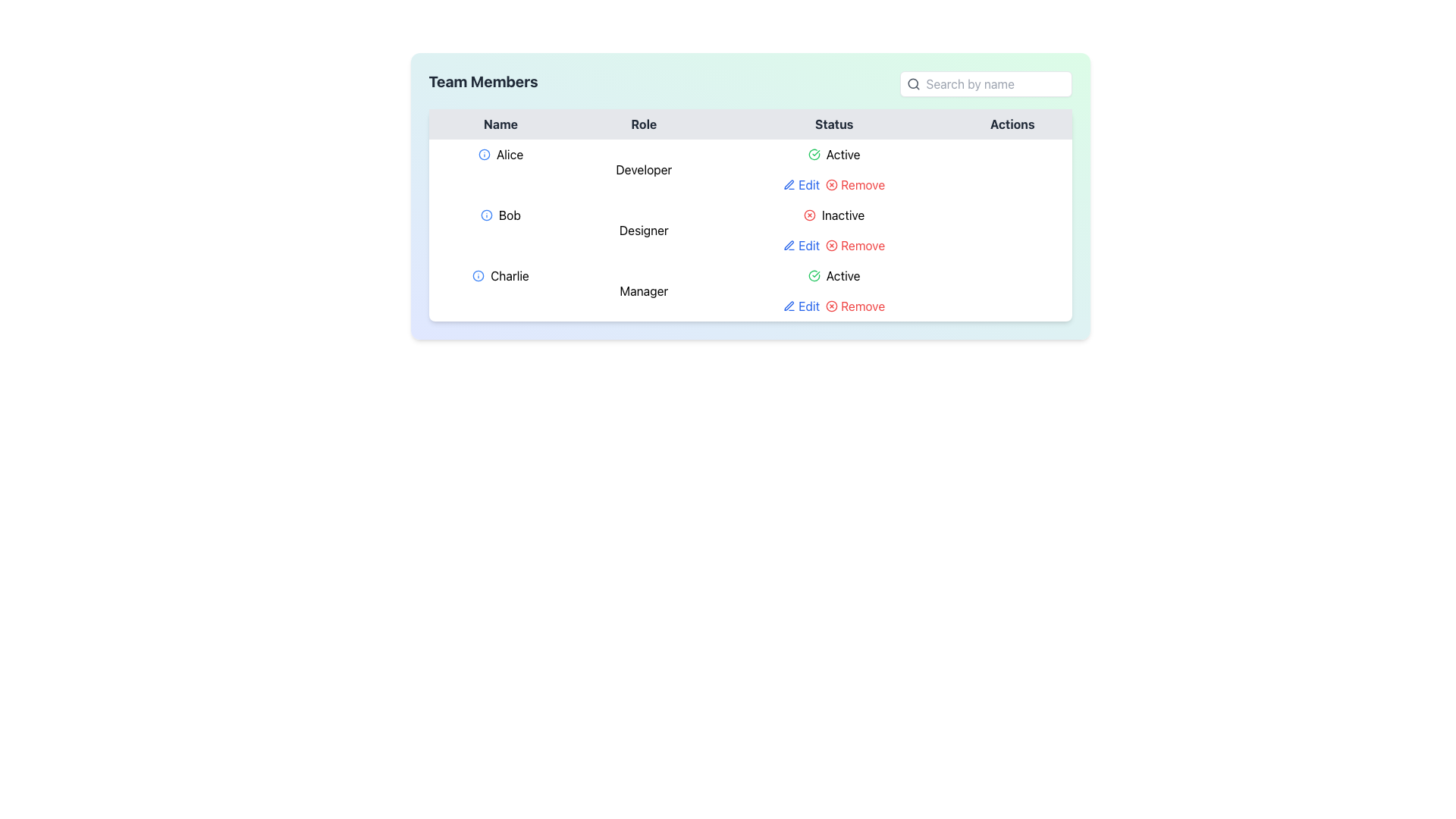 This screenshot has width=1456, height=819. Describe the element at coordinates (801, 184) in the screenshot. I see `the 'Edit' button text, which is styled with a blue color and has an underlined effect on hover, located in the 'Actions' column for user 'Alice'` at that location.